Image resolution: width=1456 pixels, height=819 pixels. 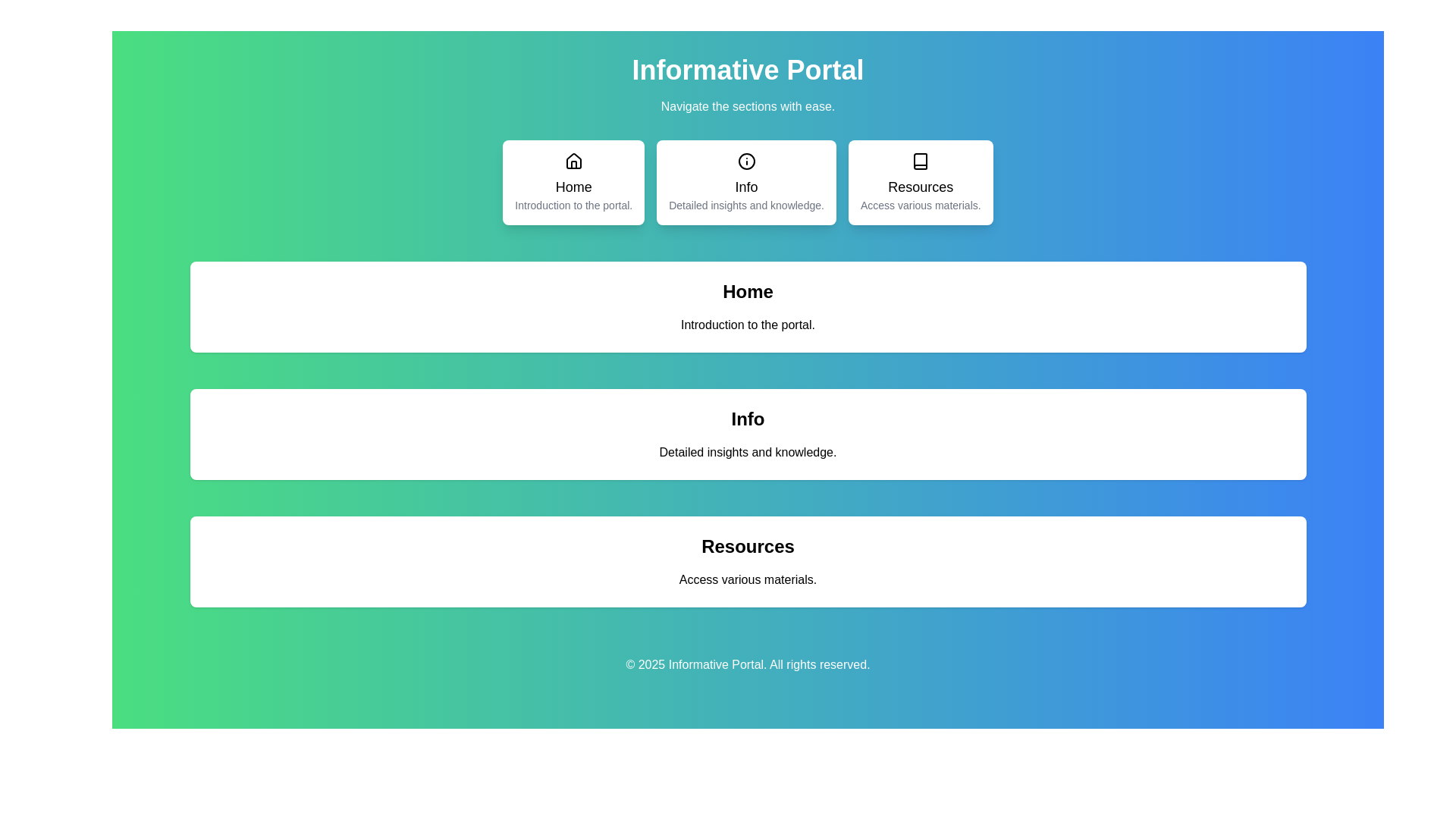 I want to click on label 'Home' which is a bold text element centered in the first card at the top of the page, so click(x=573, y=186).